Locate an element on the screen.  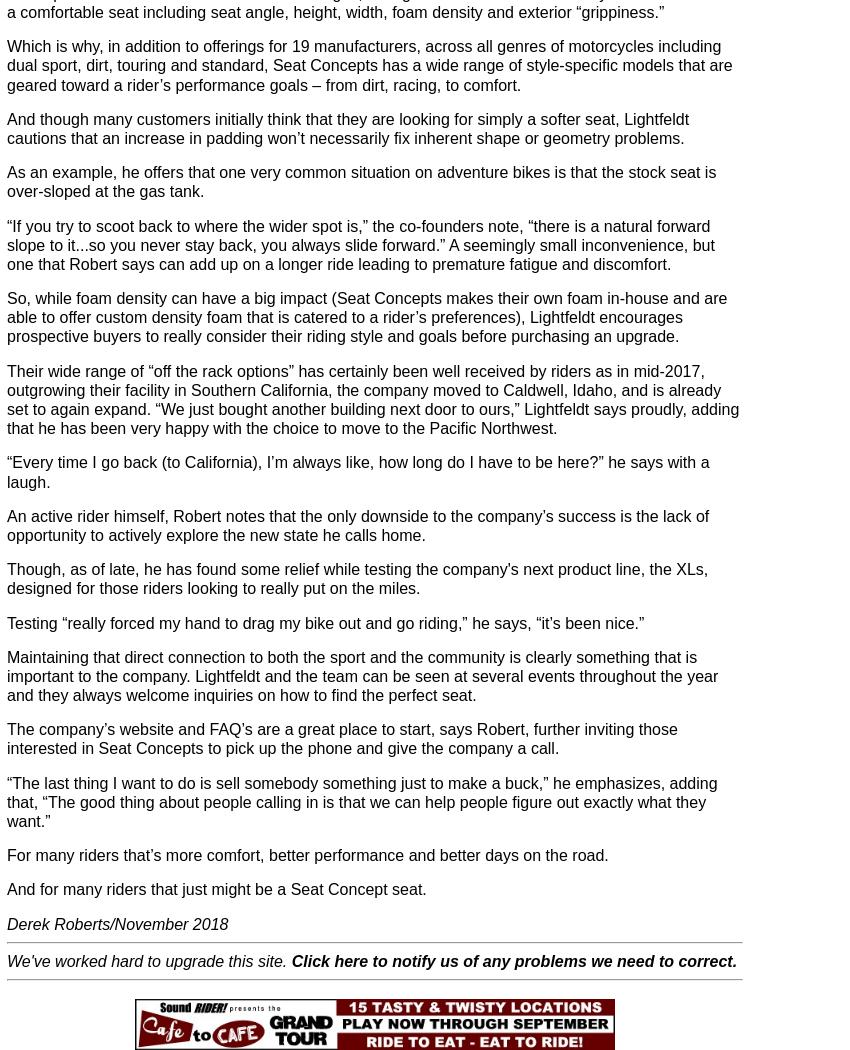
'“Every time I go back (to California), I’m always like, how long do I have
    to be here?” he says with a laugh.' is located at coordinates (357, 471).